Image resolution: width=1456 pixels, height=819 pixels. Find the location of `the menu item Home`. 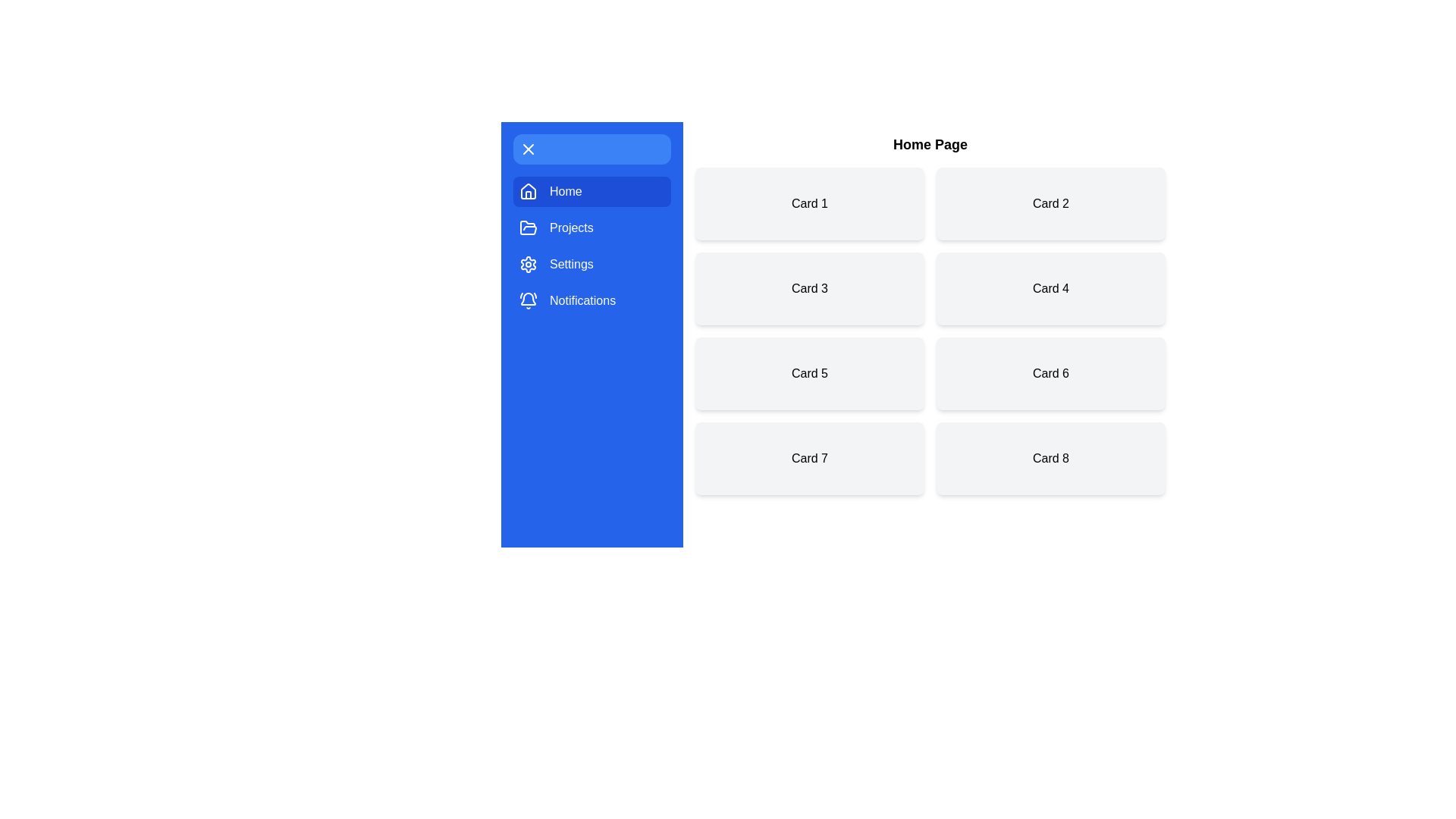

the menu item Home is located at coordinates (591, 191).